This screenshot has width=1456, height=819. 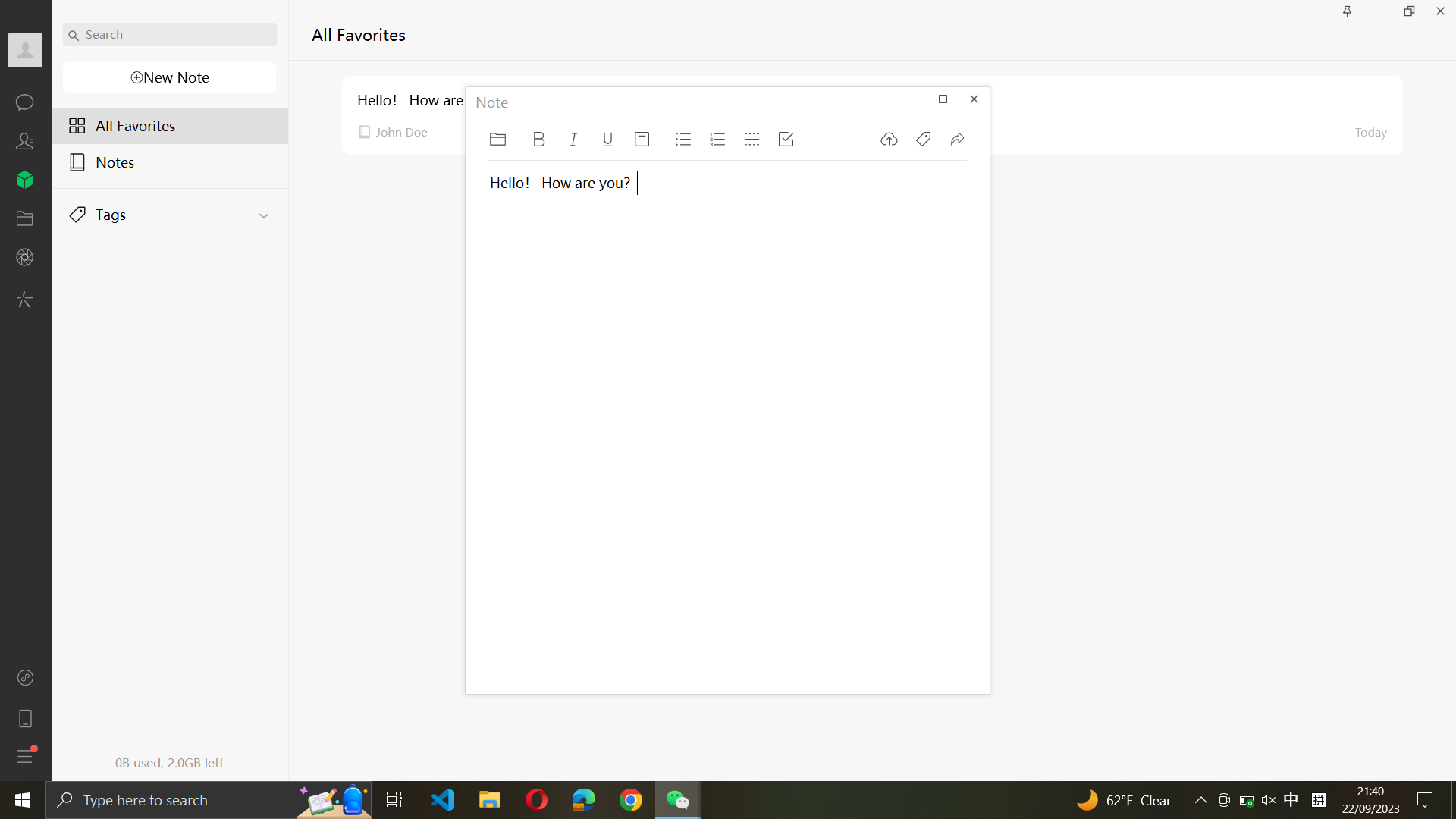 What do you see at coordinates (974, 99) in the screenshot?
I see `Close the Note window` at bounding box center [974, 99].